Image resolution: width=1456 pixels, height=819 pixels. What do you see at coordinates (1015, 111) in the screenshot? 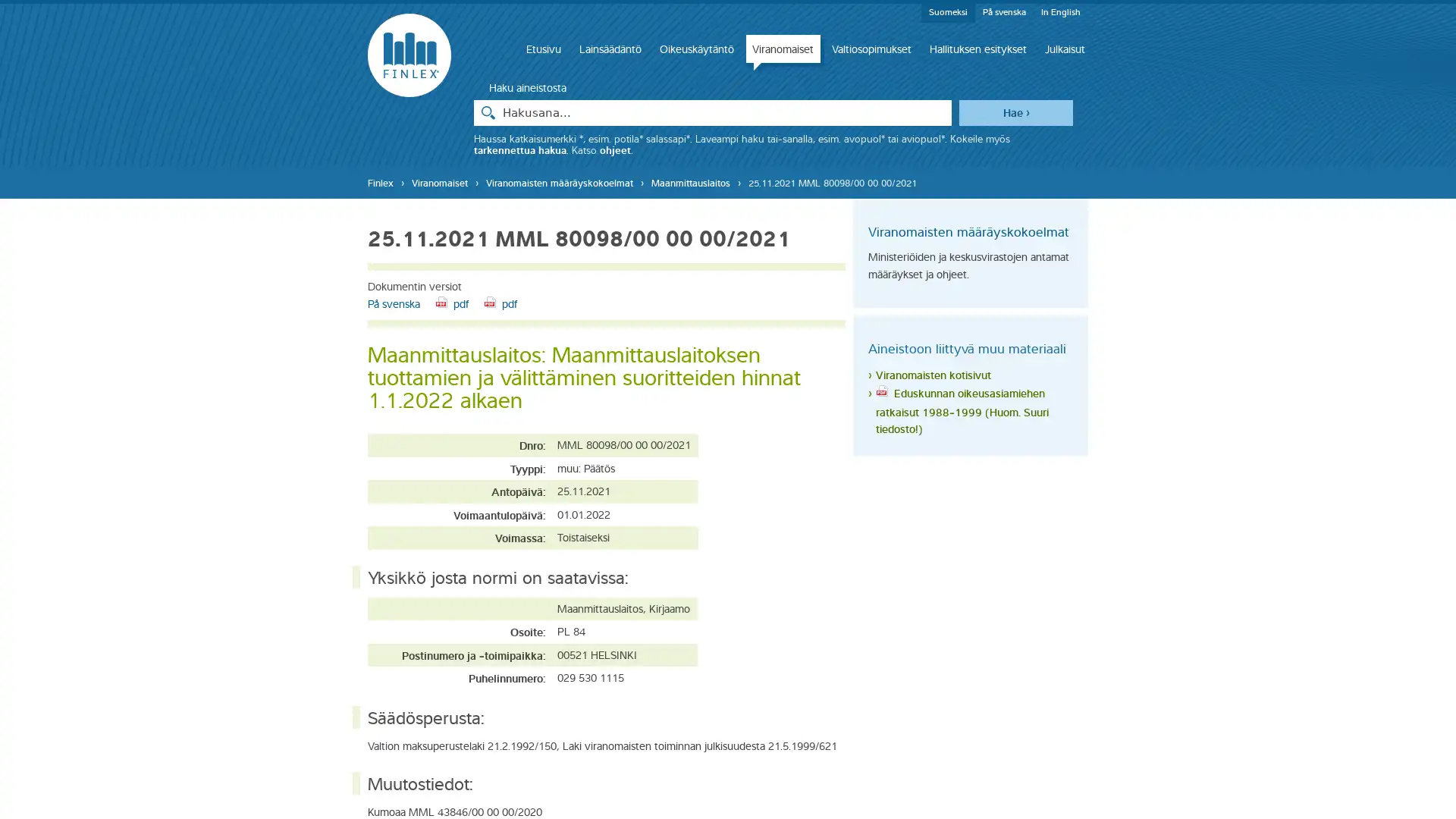
I see `Hae` at bounding box center [1015, 111].